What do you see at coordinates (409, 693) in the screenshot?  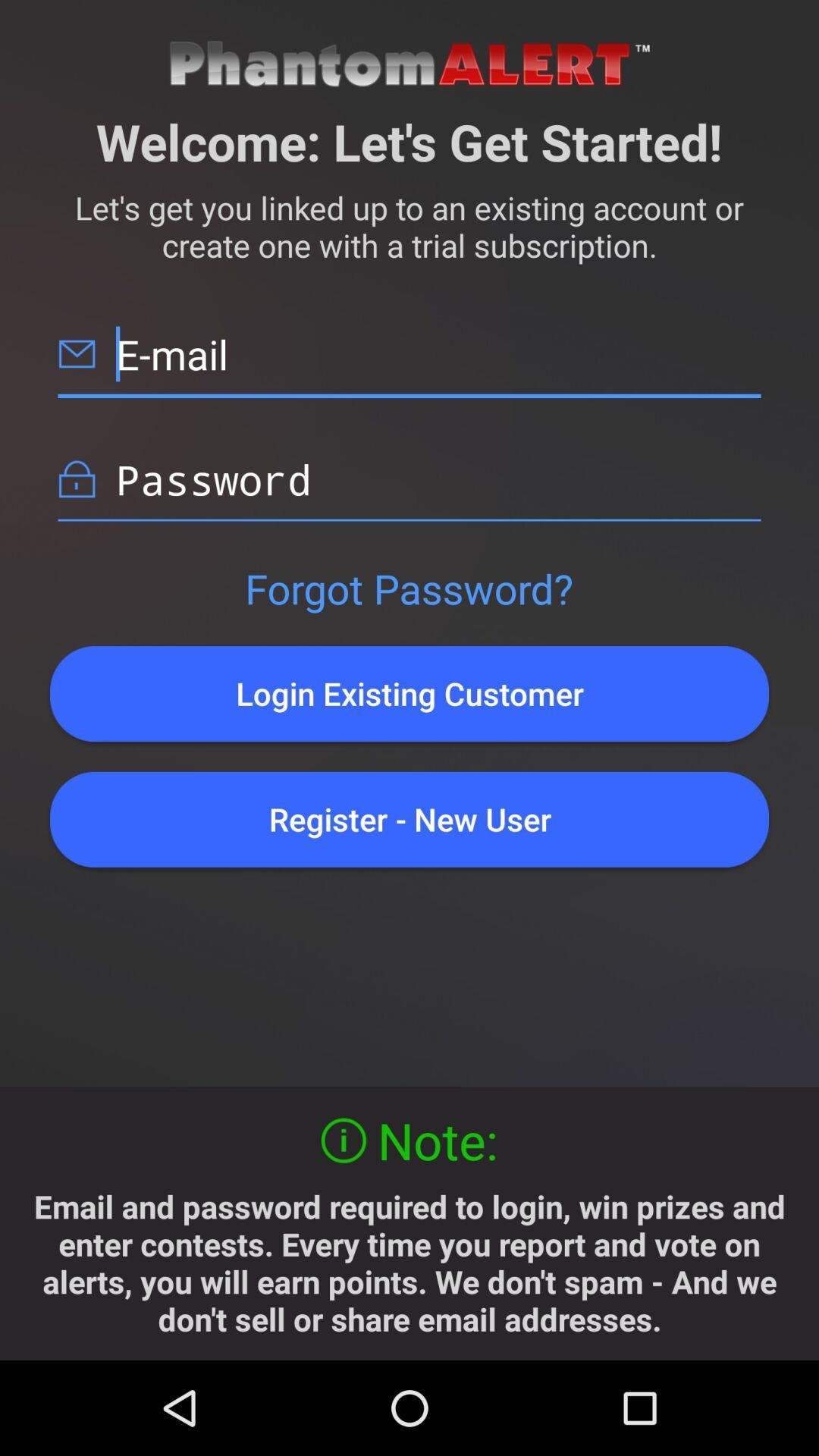 I see `the login existing customer` at bounding box center [409, 693].